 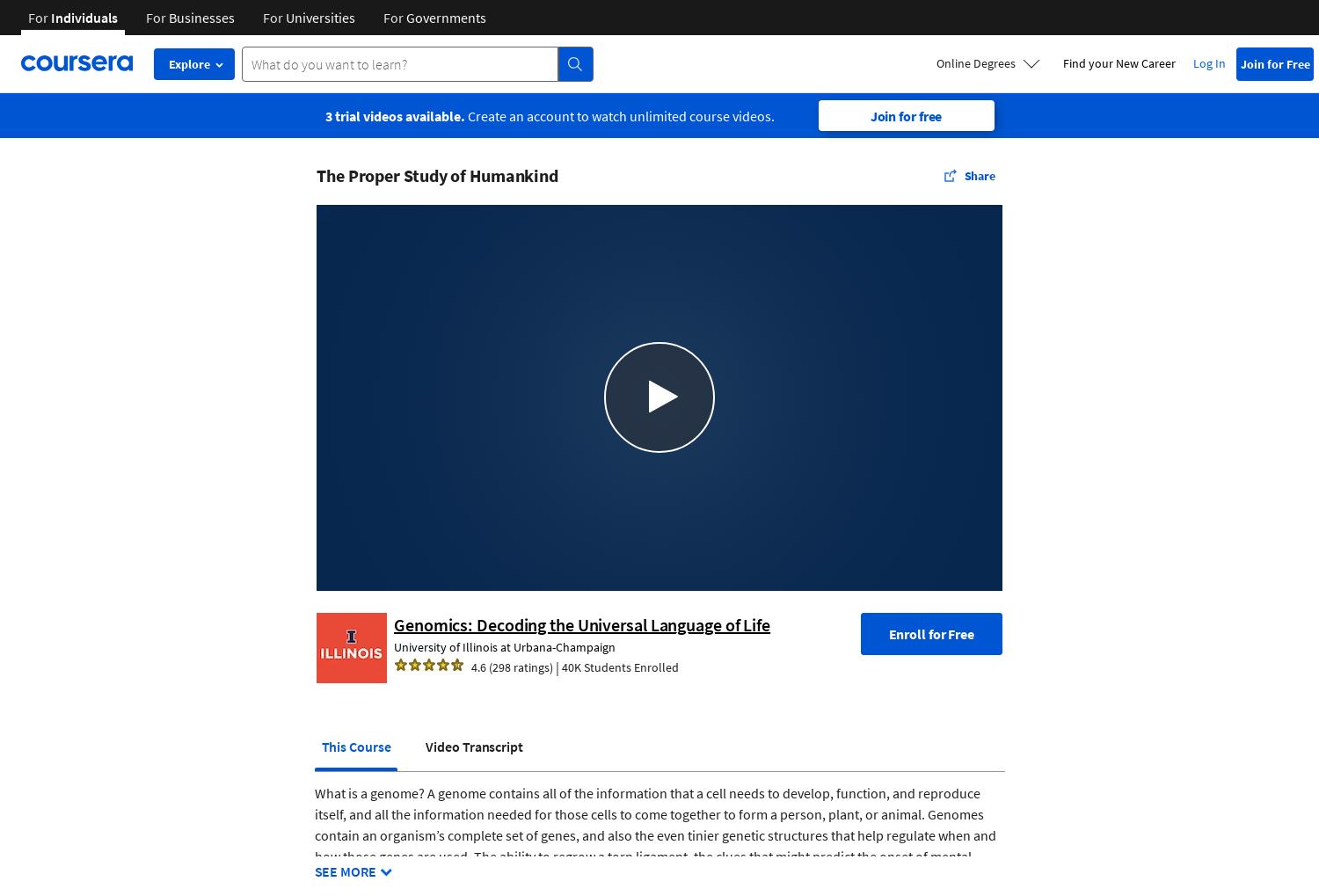 What do you see at coordinates (581, 623) in the screenshot?
I see `'Genomics: Decoding the Universal Language of Life'` at bounding box center [581, 623].